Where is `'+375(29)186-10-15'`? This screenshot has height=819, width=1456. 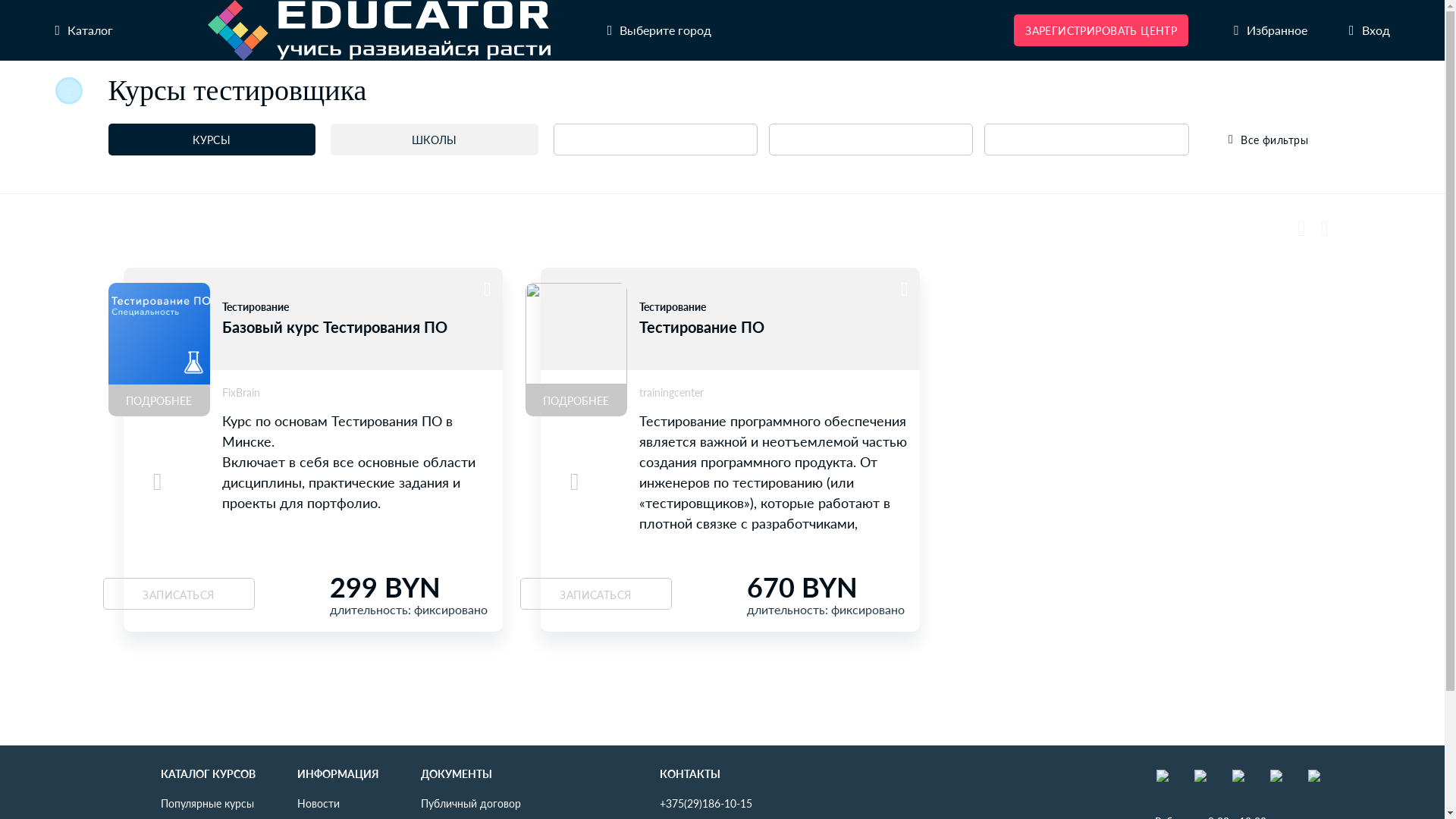 '+375(29)186-10-15' is located at coordinates (705, 802).